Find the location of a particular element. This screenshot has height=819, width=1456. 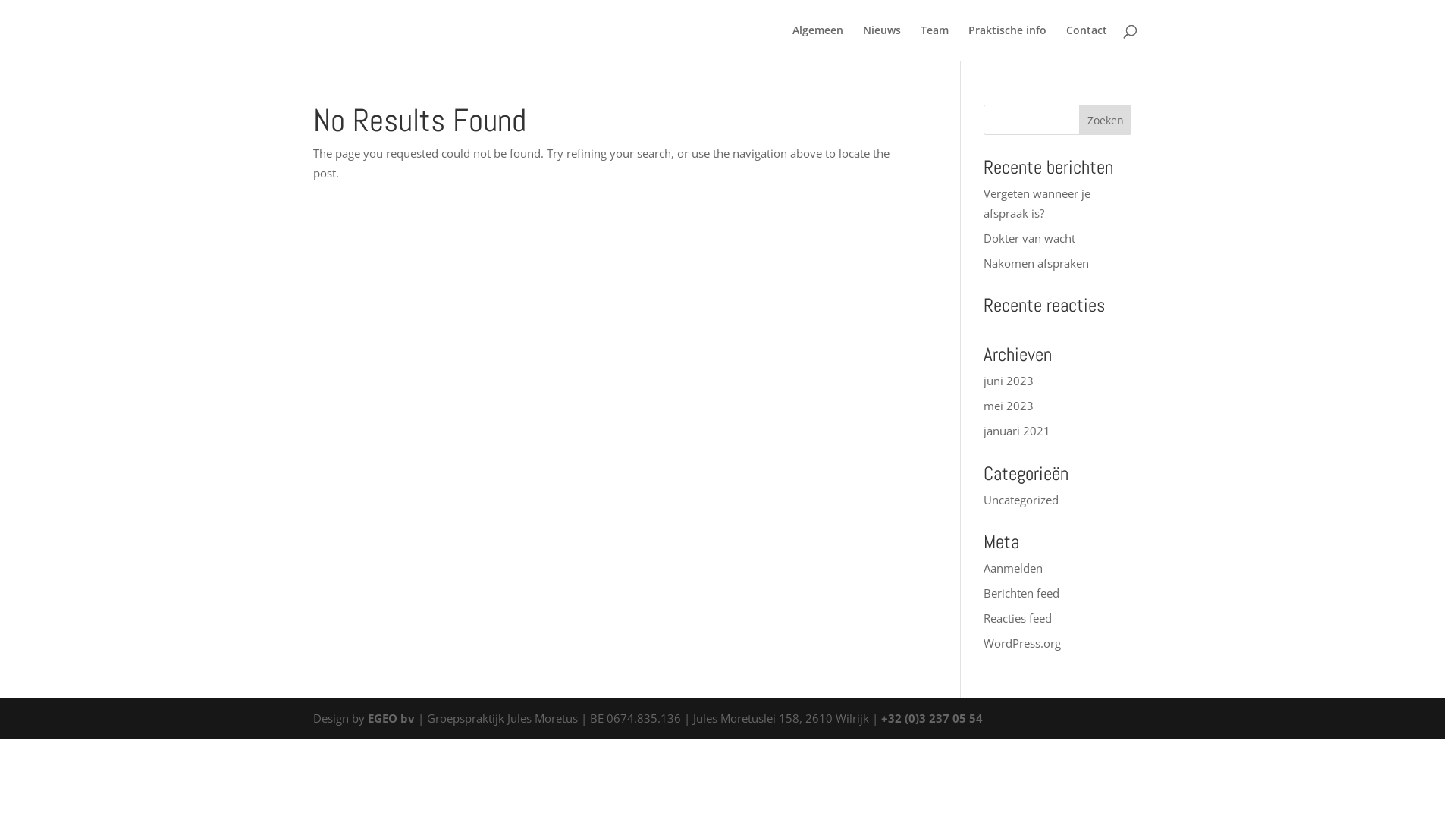

'Nakomen afspraken' is located at coordinates (1035, 262).